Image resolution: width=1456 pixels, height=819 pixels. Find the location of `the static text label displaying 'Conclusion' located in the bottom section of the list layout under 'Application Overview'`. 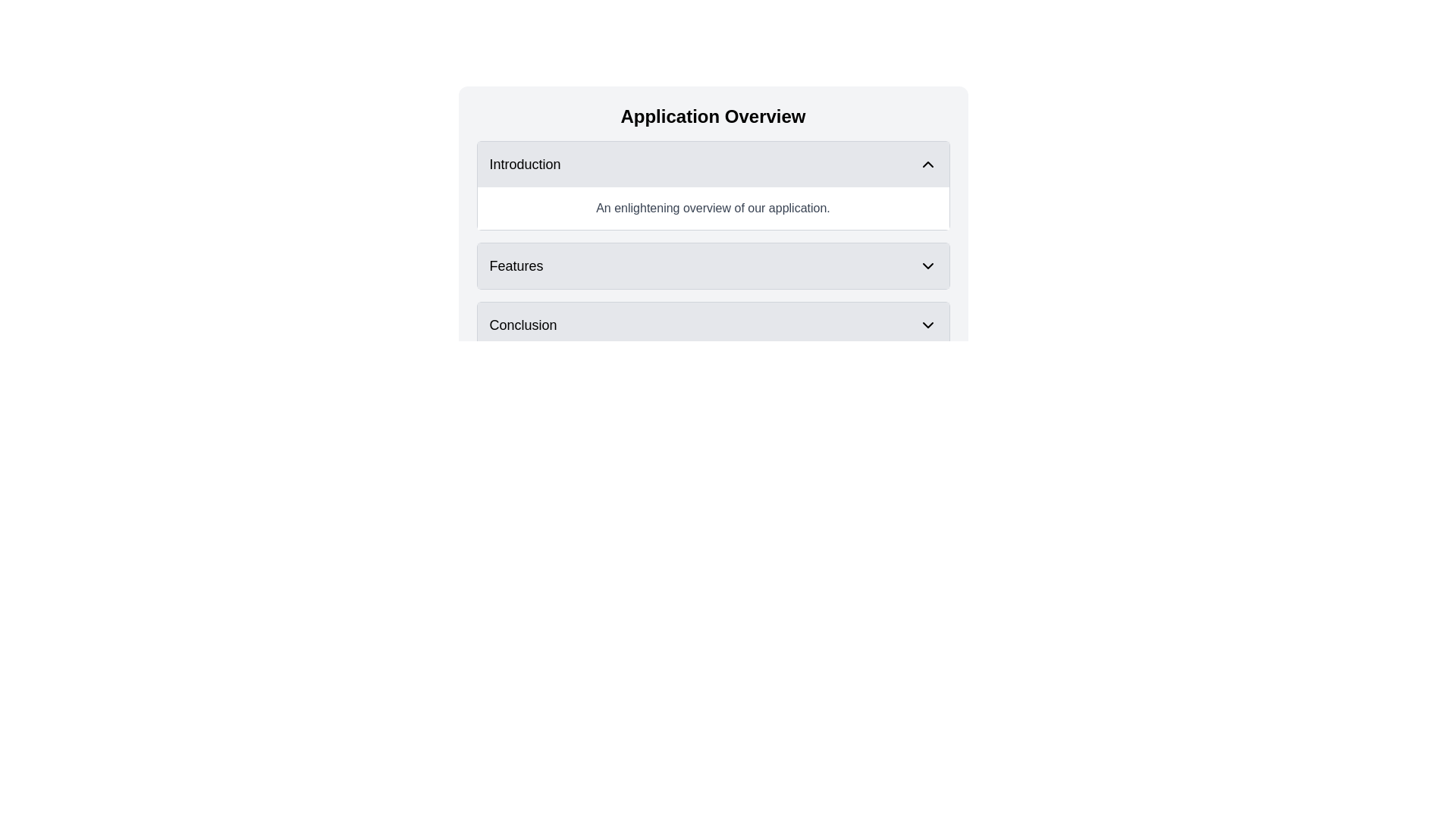

the static text label displaying 'Conclusion' located in the bottom section of the list layout under 'Application Overview' is located at coordinates (523, 324).